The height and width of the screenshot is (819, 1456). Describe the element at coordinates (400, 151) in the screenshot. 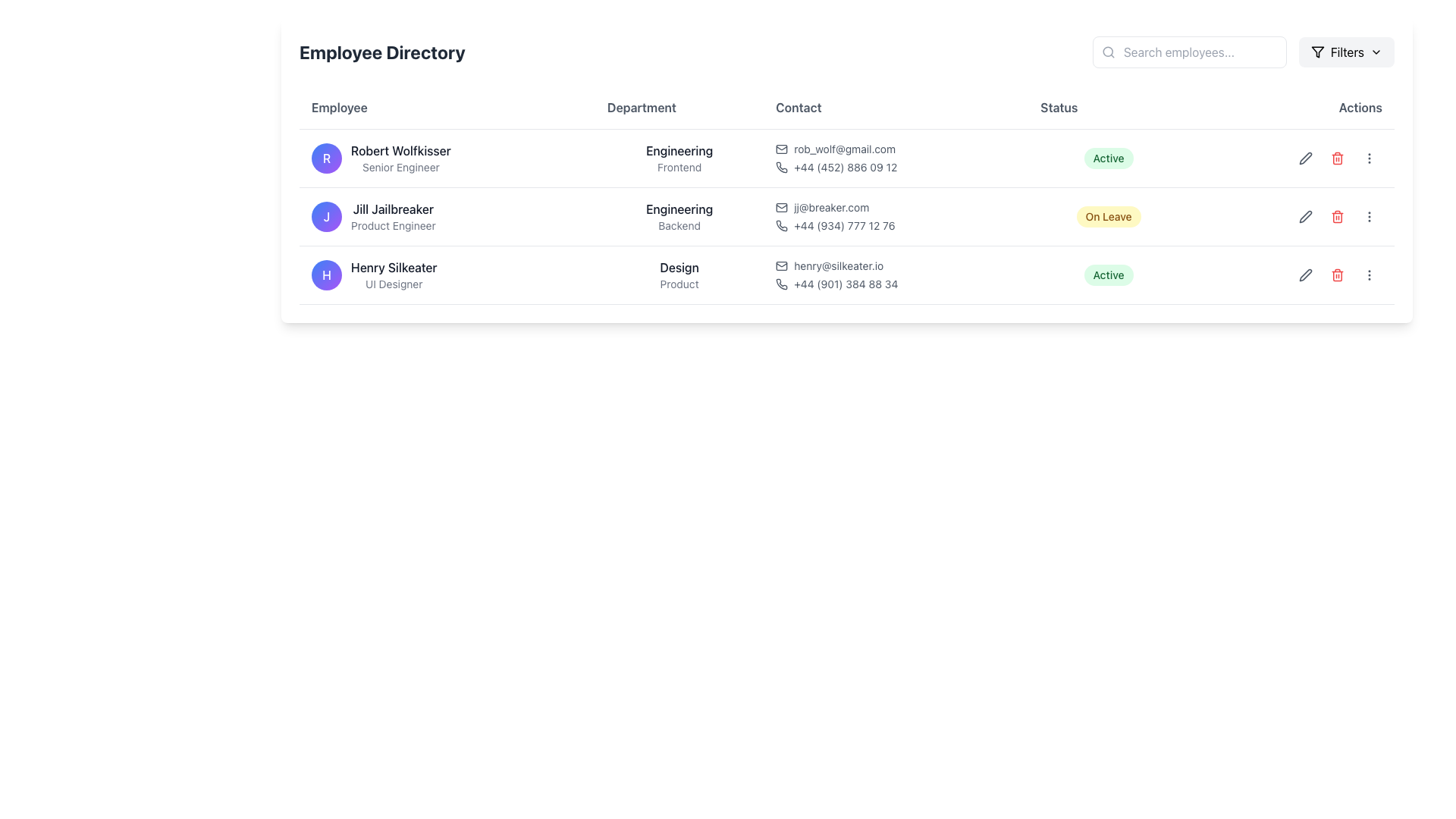

I see `text label 'Robert Wolfkisser' displayed in bold and dark gray font in the Employee Directory table under the 'Employee' column, which is the first row entry` at that location.